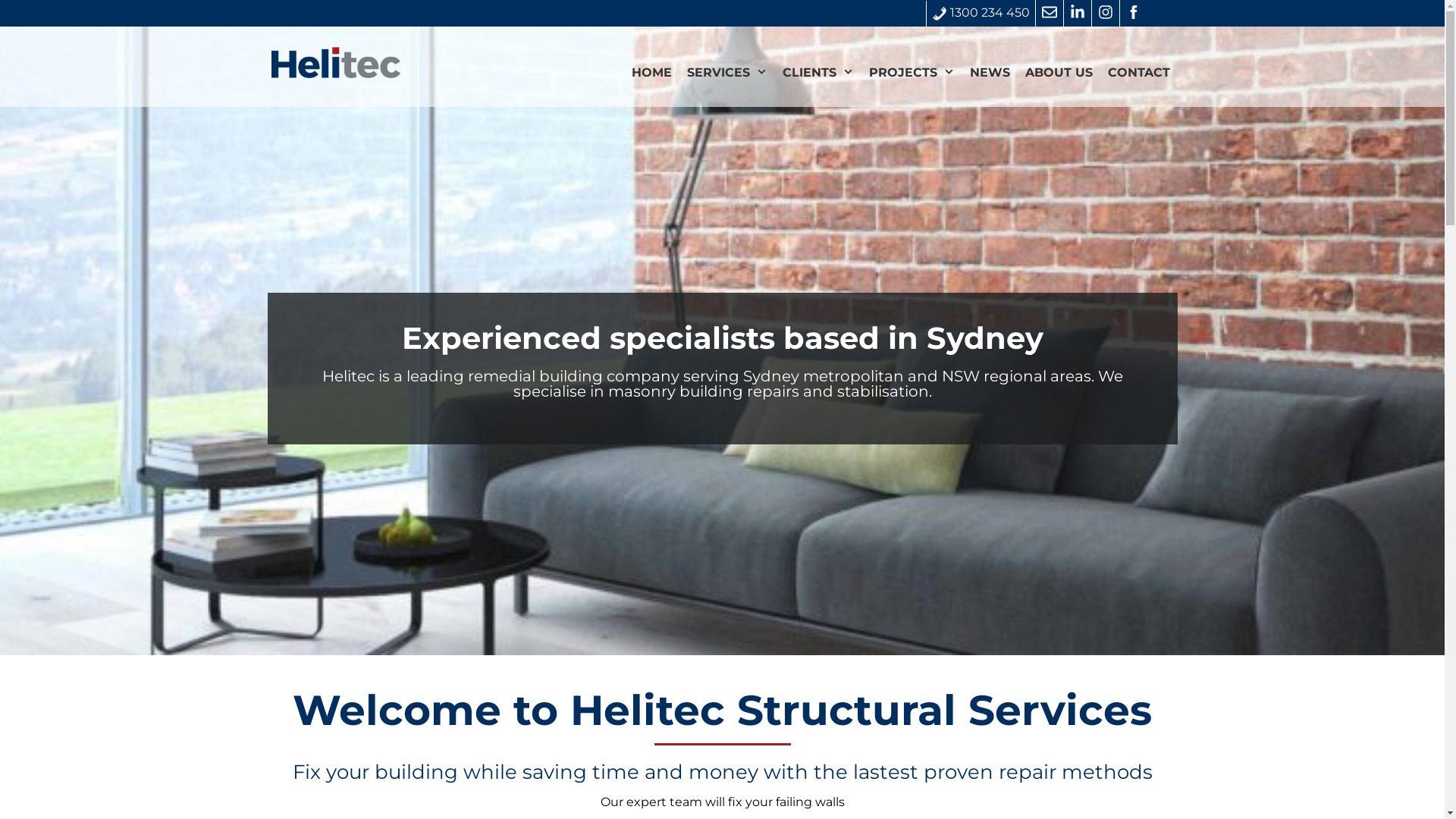 This screenshot has height=819, width=1456. Describe the element at coordinates (979, 12) in the screenshot. I see `'1300 234 450'` at that location.